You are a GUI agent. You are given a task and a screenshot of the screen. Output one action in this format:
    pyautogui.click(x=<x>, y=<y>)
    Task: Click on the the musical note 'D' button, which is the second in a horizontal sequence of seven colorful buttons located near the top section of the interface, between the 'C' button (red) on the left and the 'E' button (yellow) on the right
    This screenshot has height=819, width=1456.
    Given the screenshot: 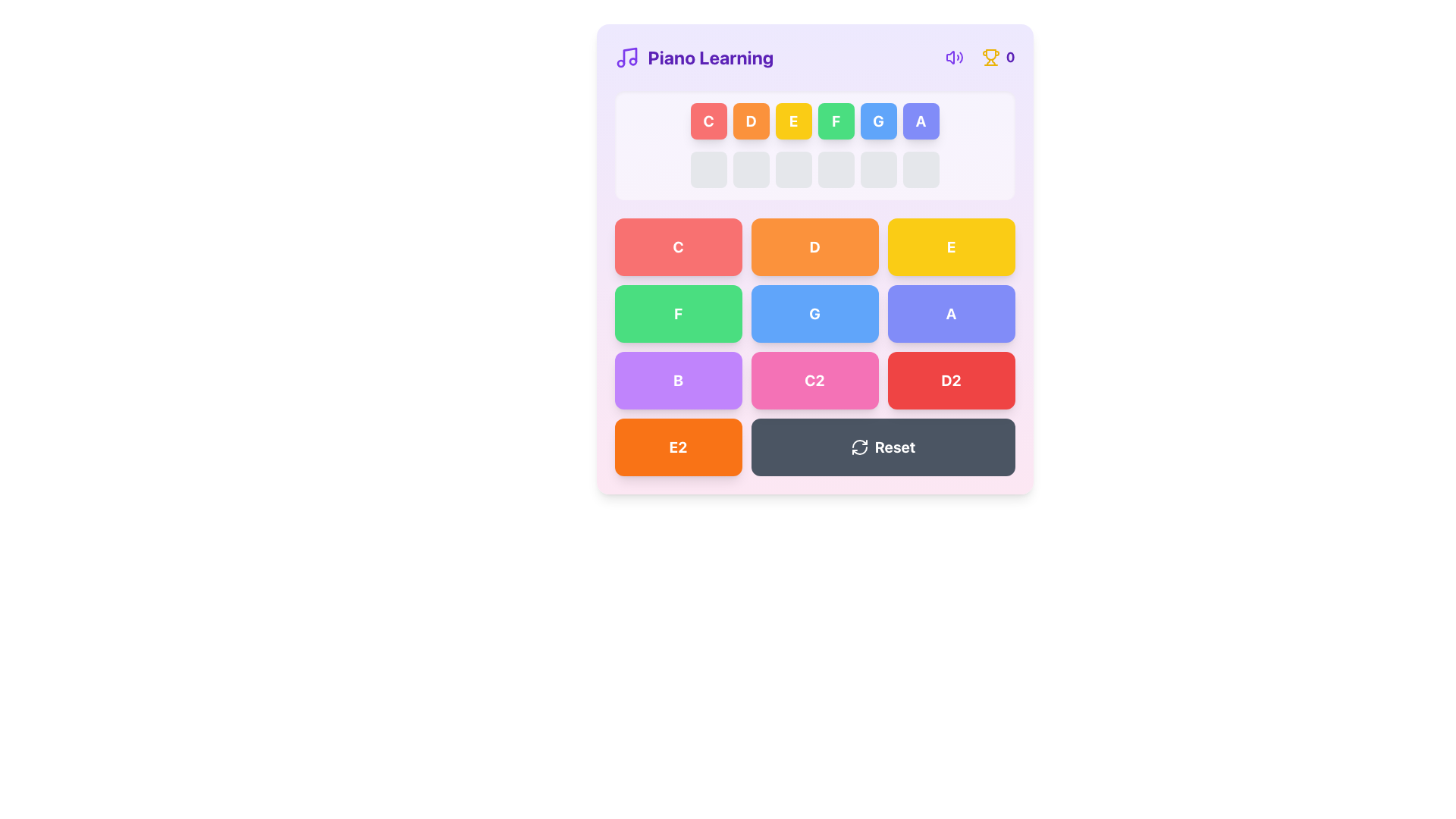 What is the action you would take?
    pyautogui.click(x=751, y=120)
    